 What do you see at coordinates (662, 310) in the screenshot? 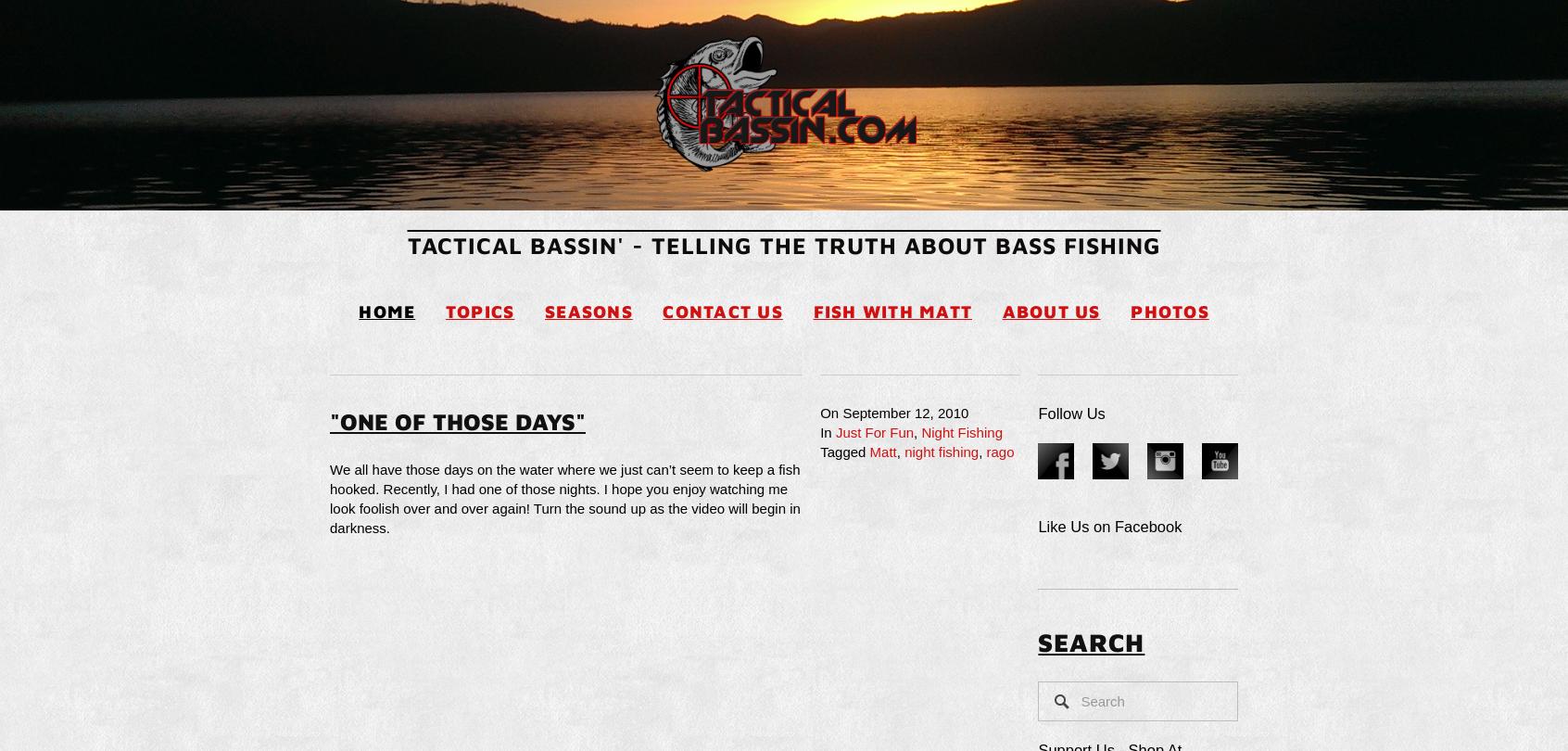
I see `'Contact Us'` at bounding box center [662, 310].